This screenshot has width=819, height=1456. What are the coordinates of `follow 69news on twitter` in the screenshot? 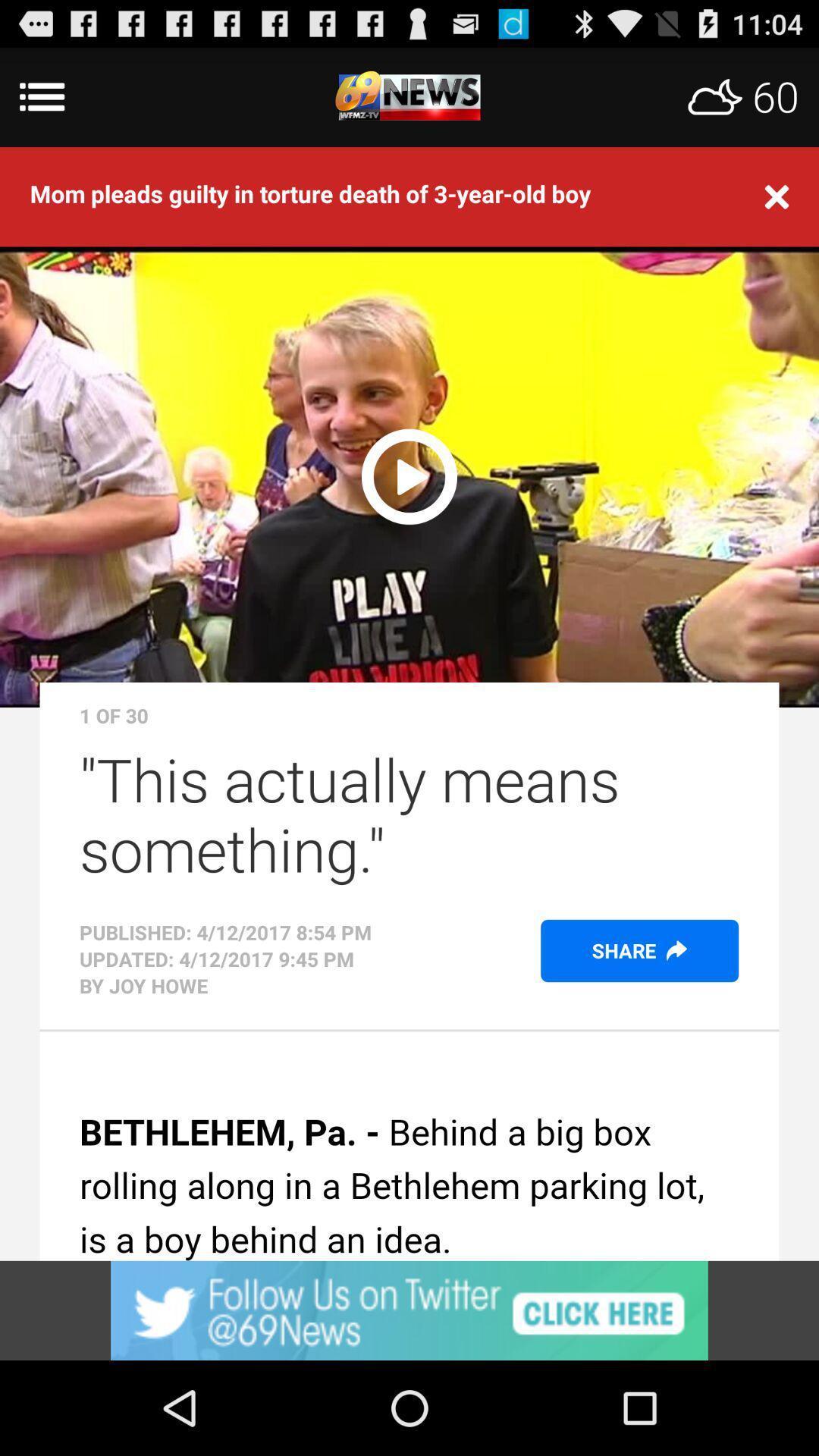 It's located at (409, 1310).